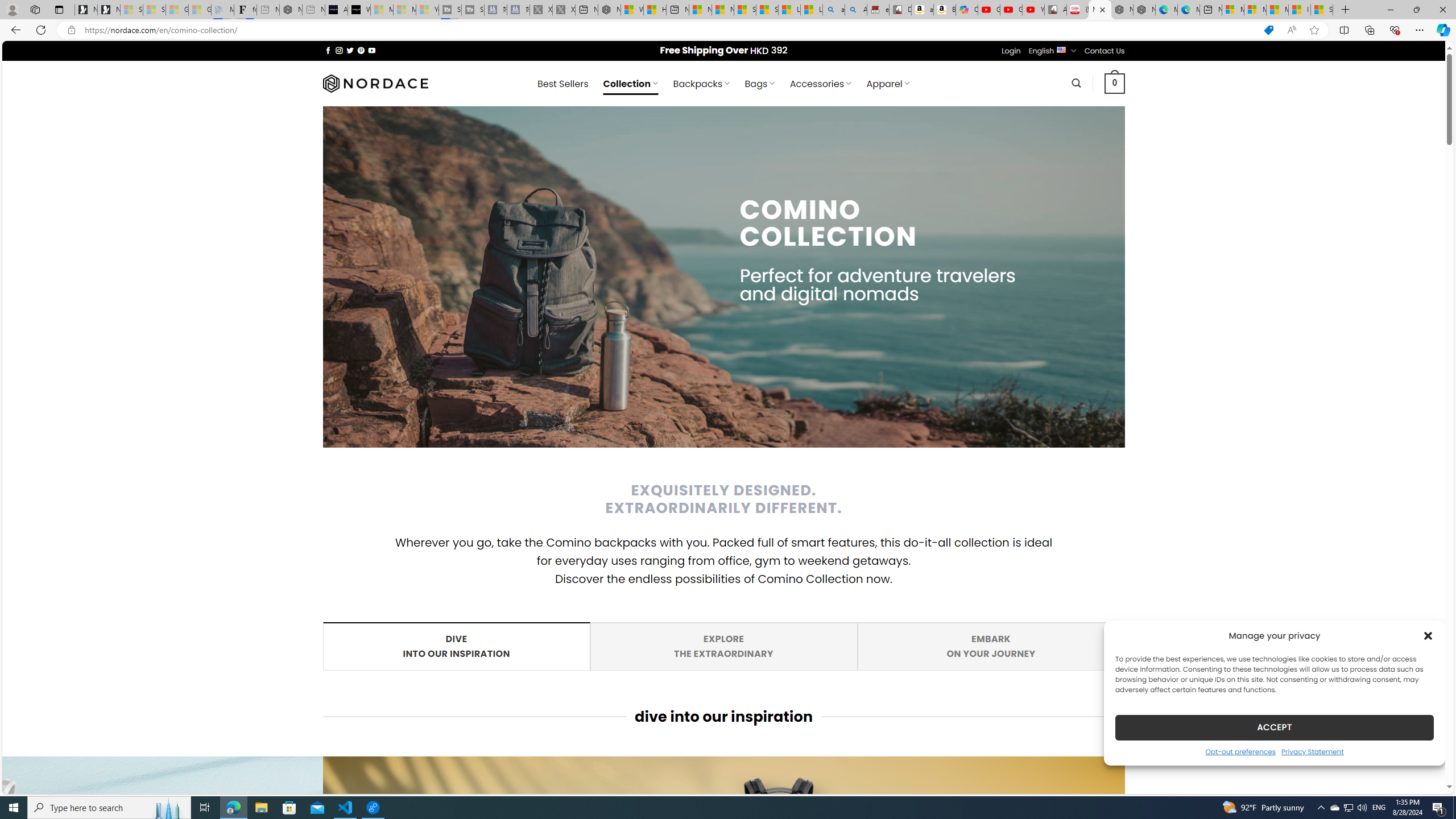 This screenshot has width=1456, height=819. Describe the element at coordinates (966, 9) in the screenshot. I see `'Copilot'` at that location.